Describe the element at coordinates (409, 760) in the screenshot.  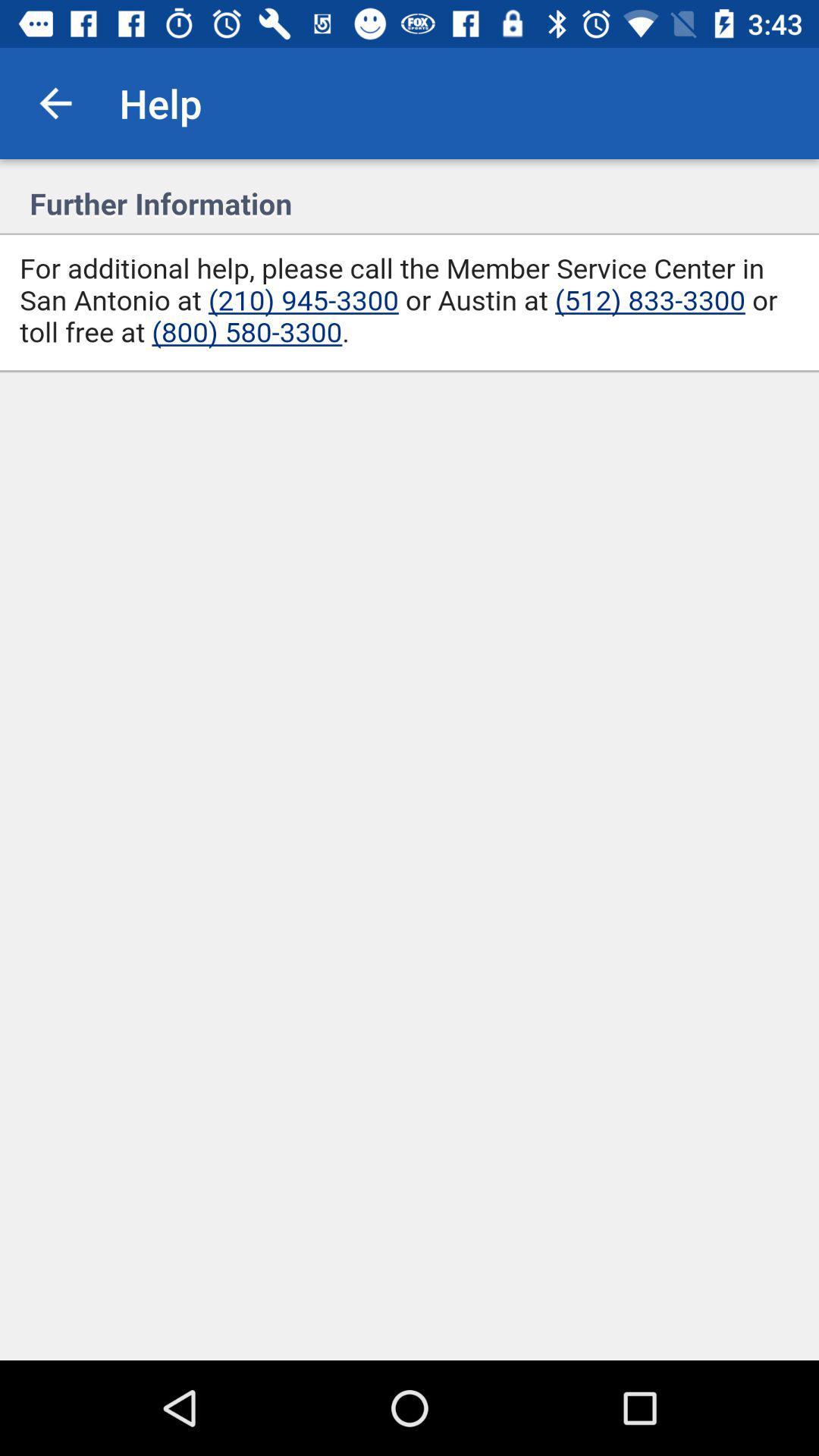
I see `help assistant` at that location.